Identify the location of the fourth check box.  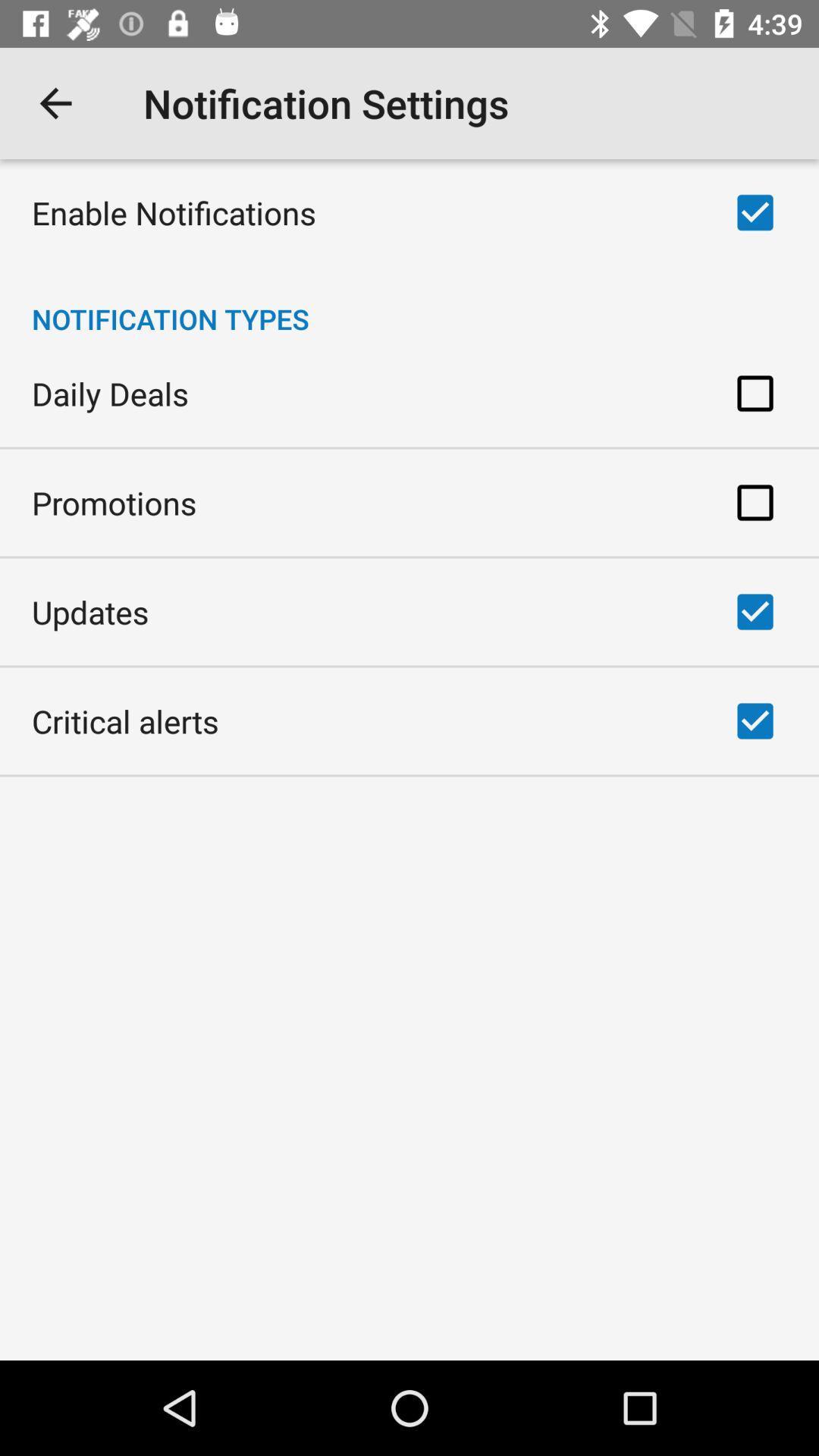
(755, 611).